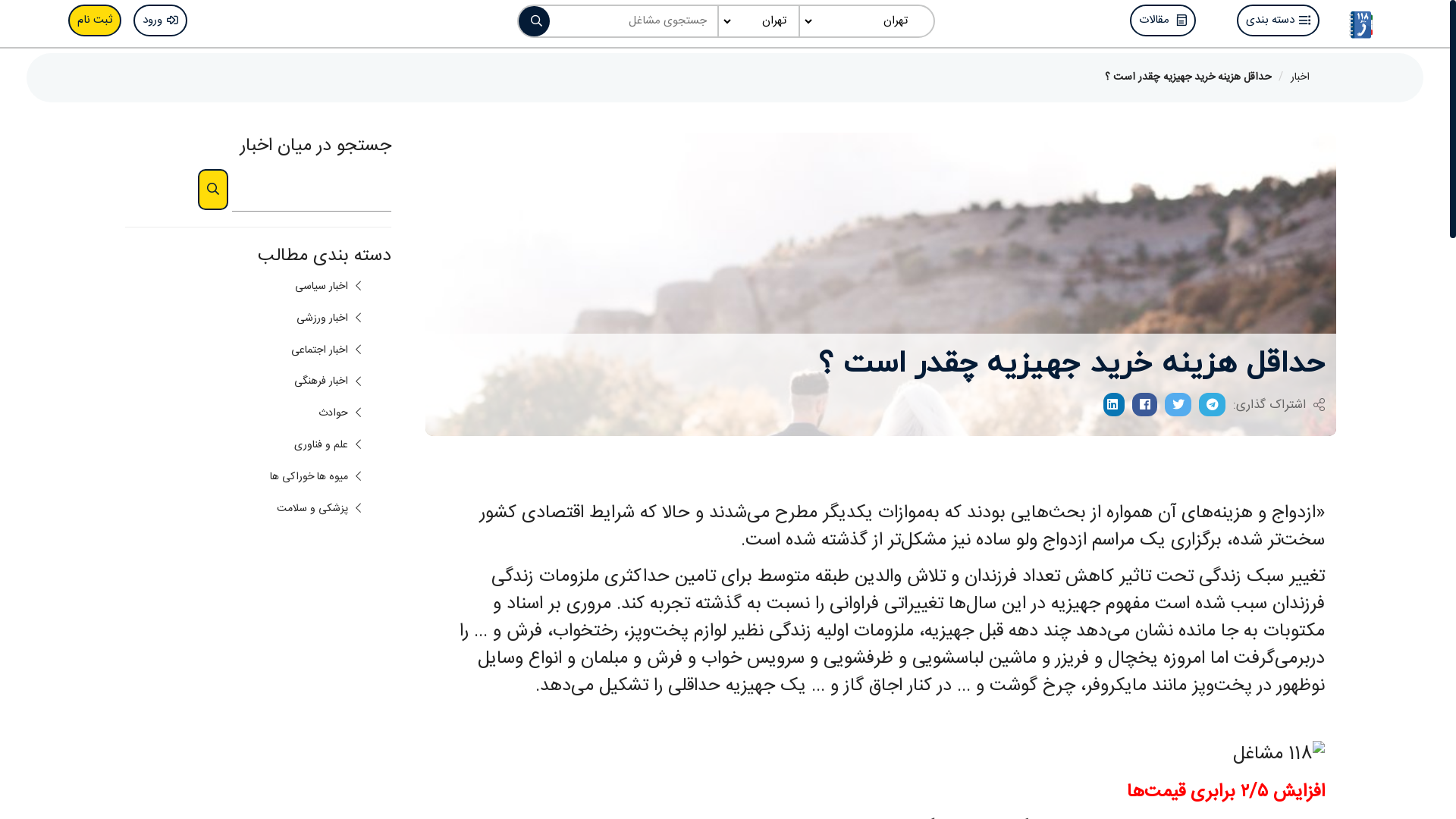  Describe the element at coordinates (1211, 403) in the screenshot. I see `'Share on Telegram'` at that location.